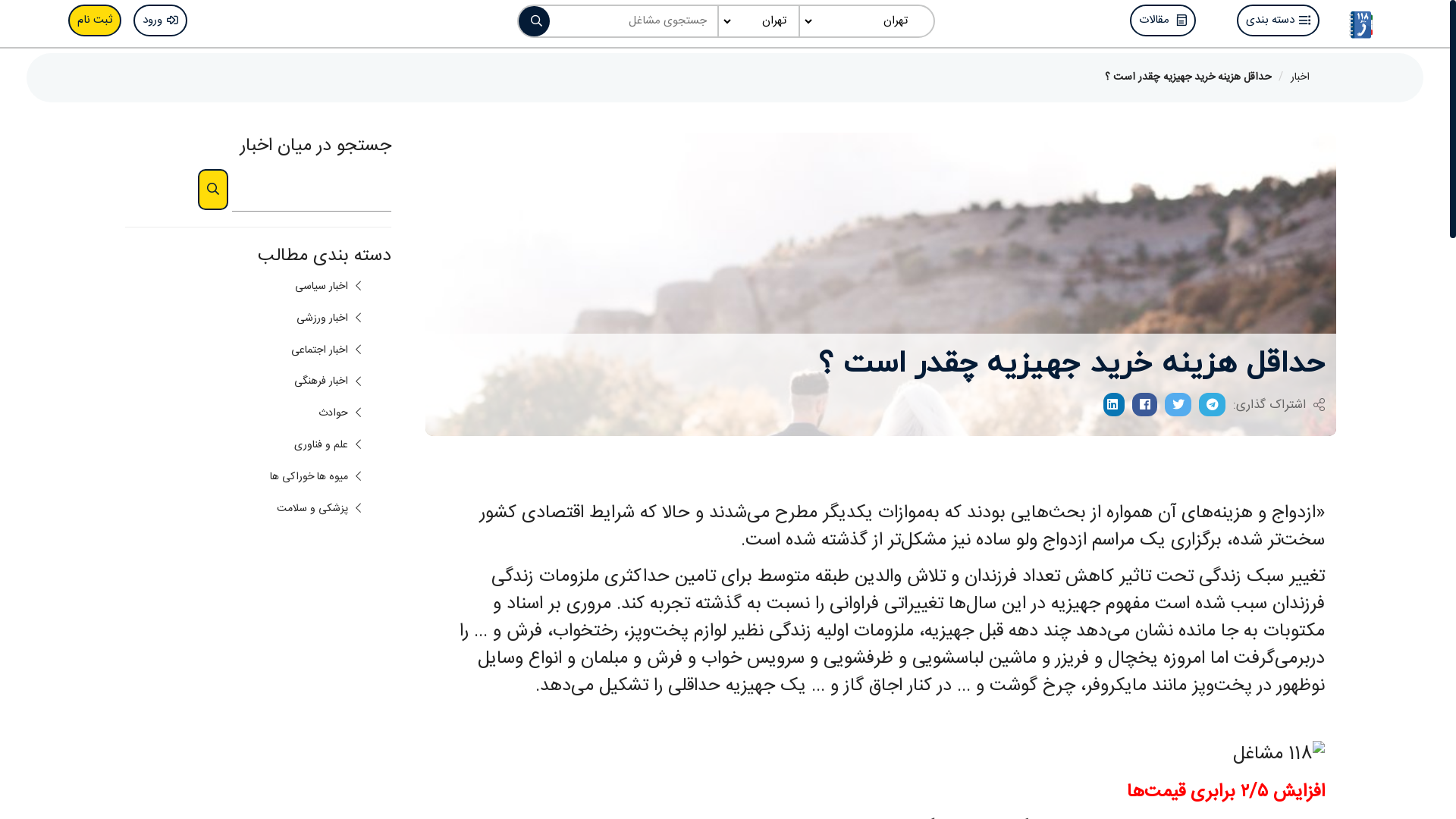  Describe the element at coordinates (1211, 403) in the screenshot. I see `'Share on Telegram'` at that location.